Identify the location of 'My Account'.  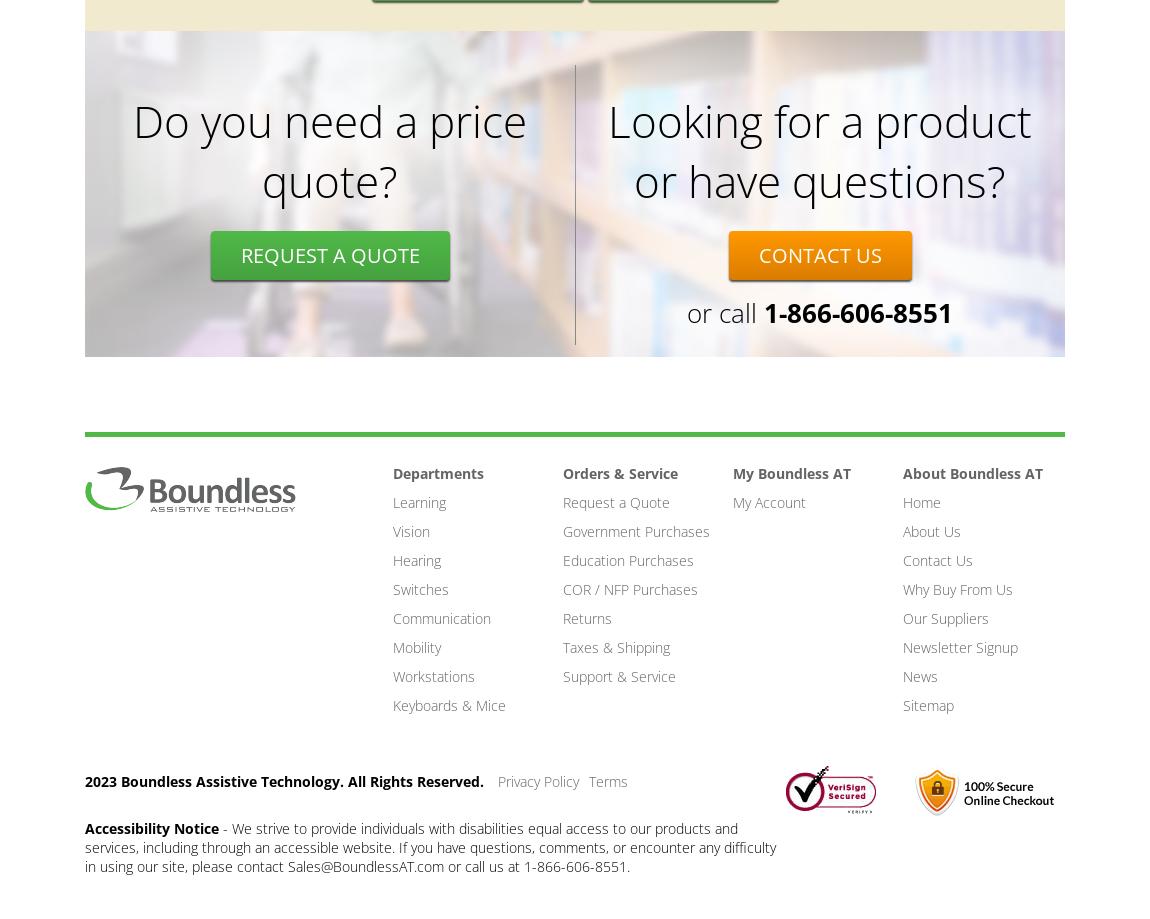
(768, 501).